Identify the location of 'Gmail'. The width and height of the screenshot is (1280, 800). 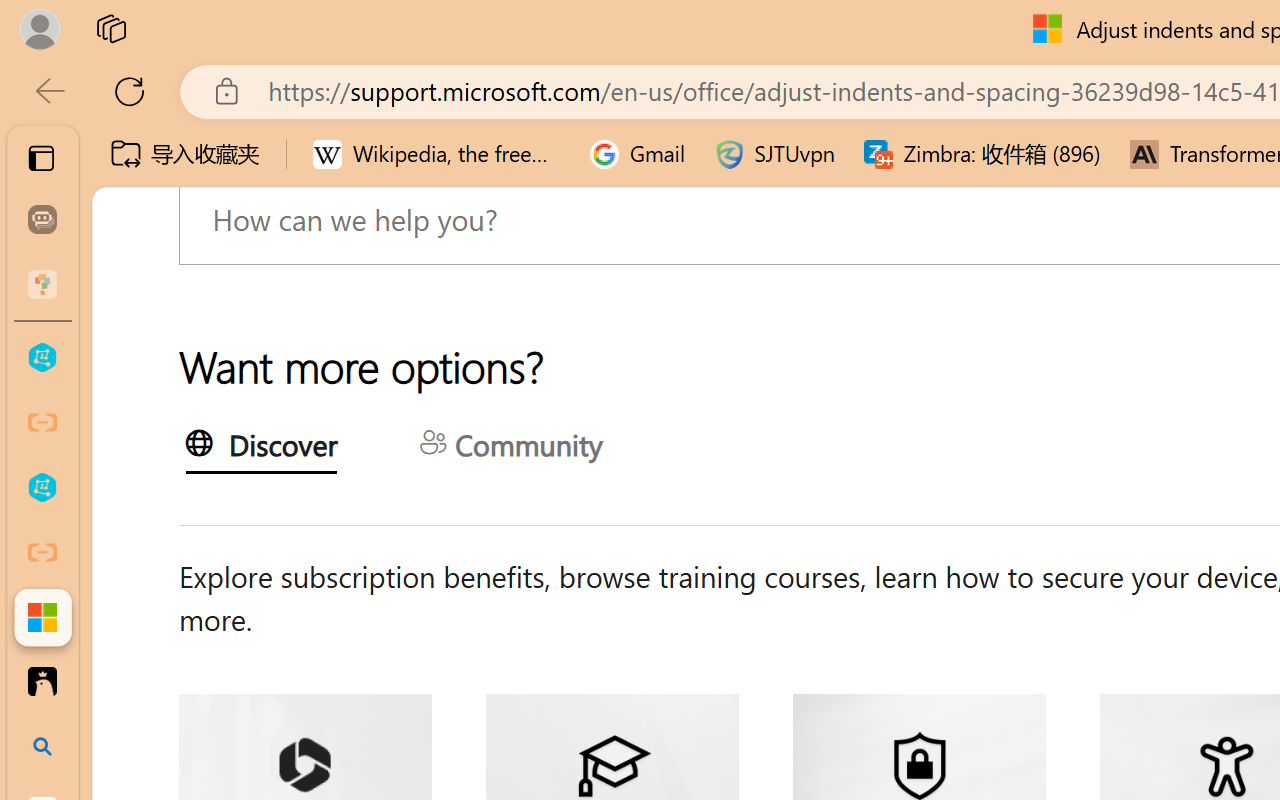
(637, 154).